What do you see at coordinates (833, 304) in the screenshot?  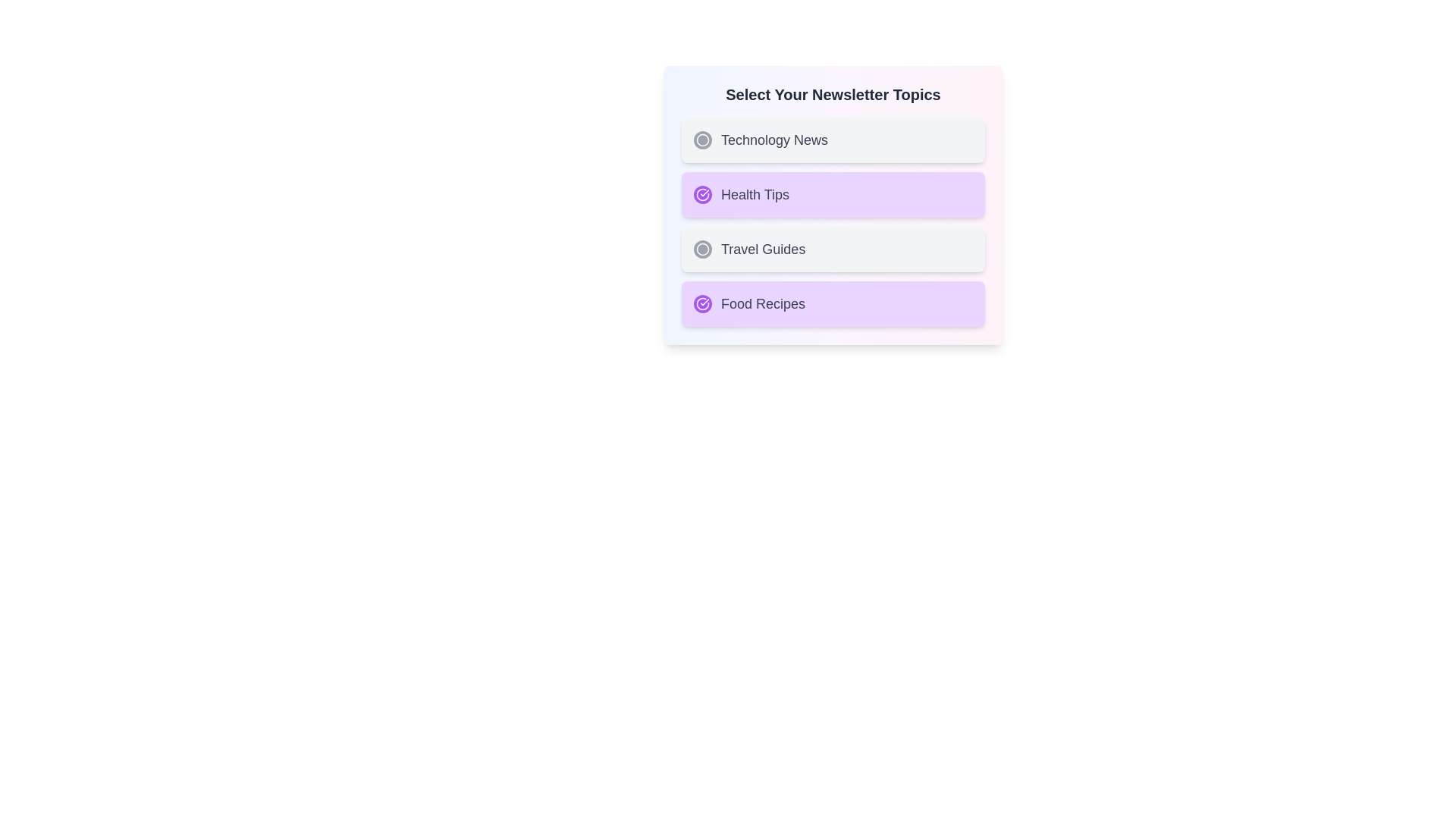 I see `the topic Food Recipes` at bounding box center [833, 304].